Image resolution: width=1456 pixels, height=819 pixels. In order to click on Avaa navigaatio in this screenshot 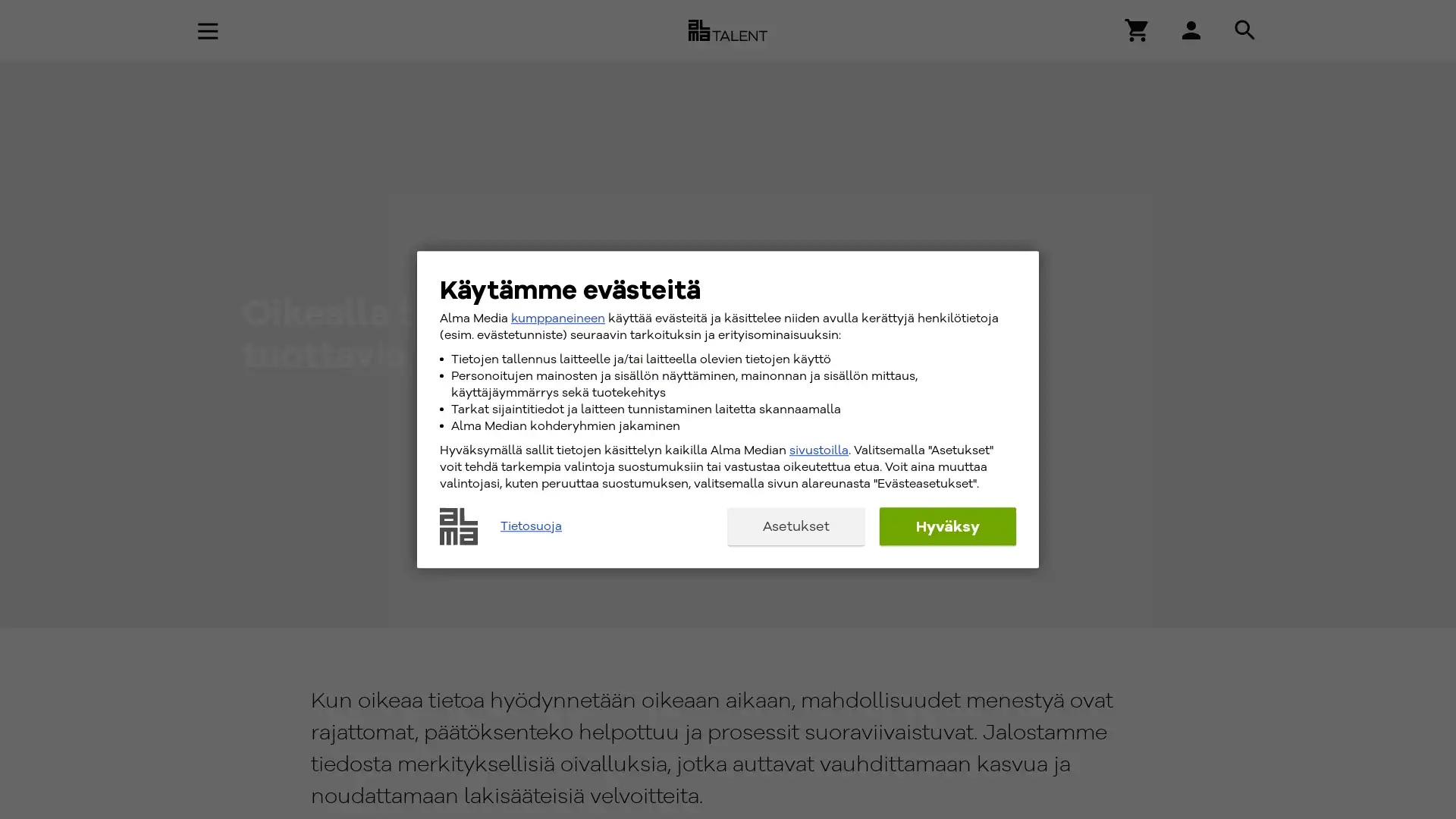, I will do `click(206, 30)`.